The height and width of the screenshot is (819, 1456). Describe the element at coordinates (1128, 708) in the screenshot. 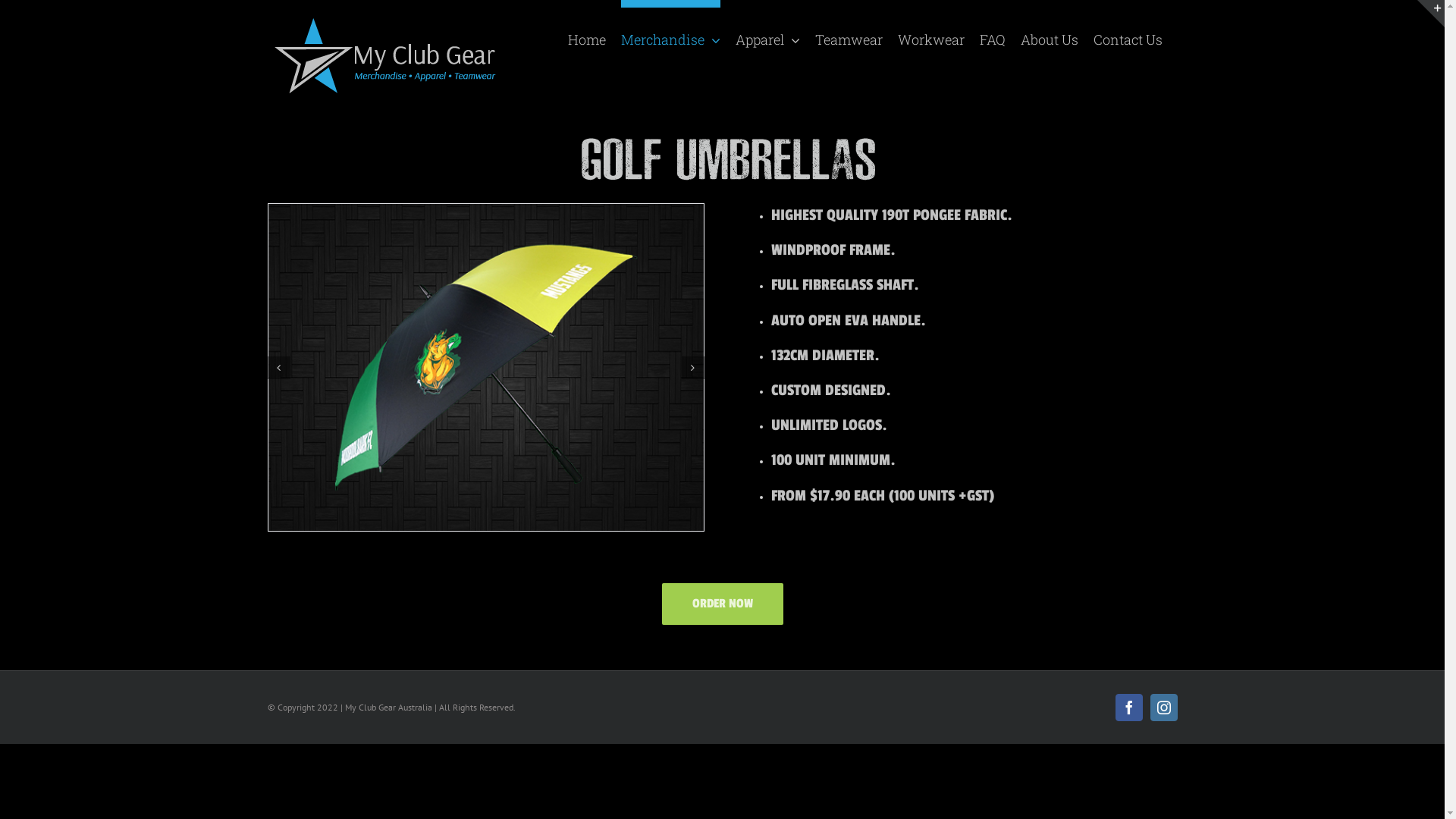

I see `'Facebook'` at that location.